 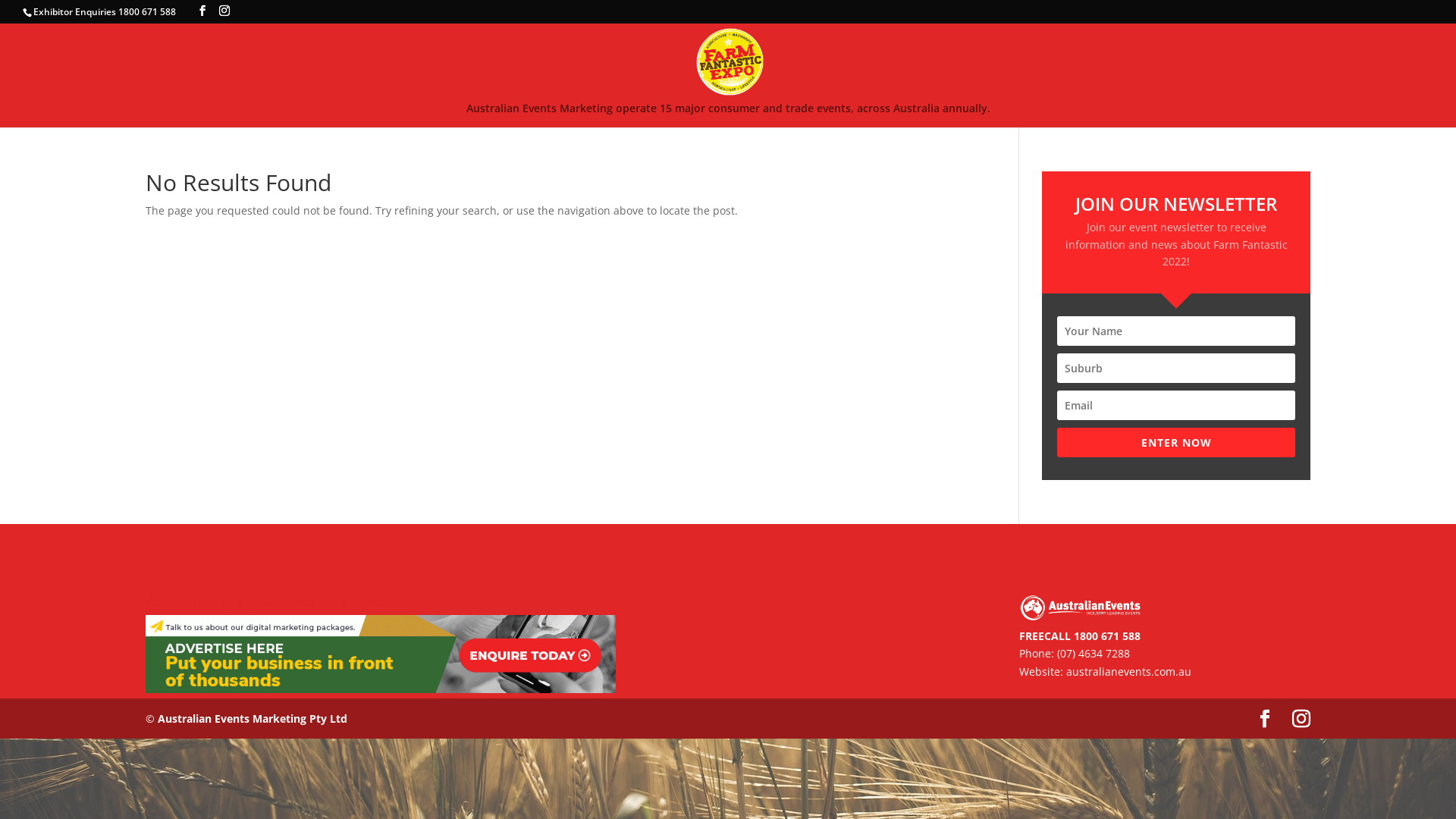 I want to click on '1800 671 588', so click(x=1073, y=635).